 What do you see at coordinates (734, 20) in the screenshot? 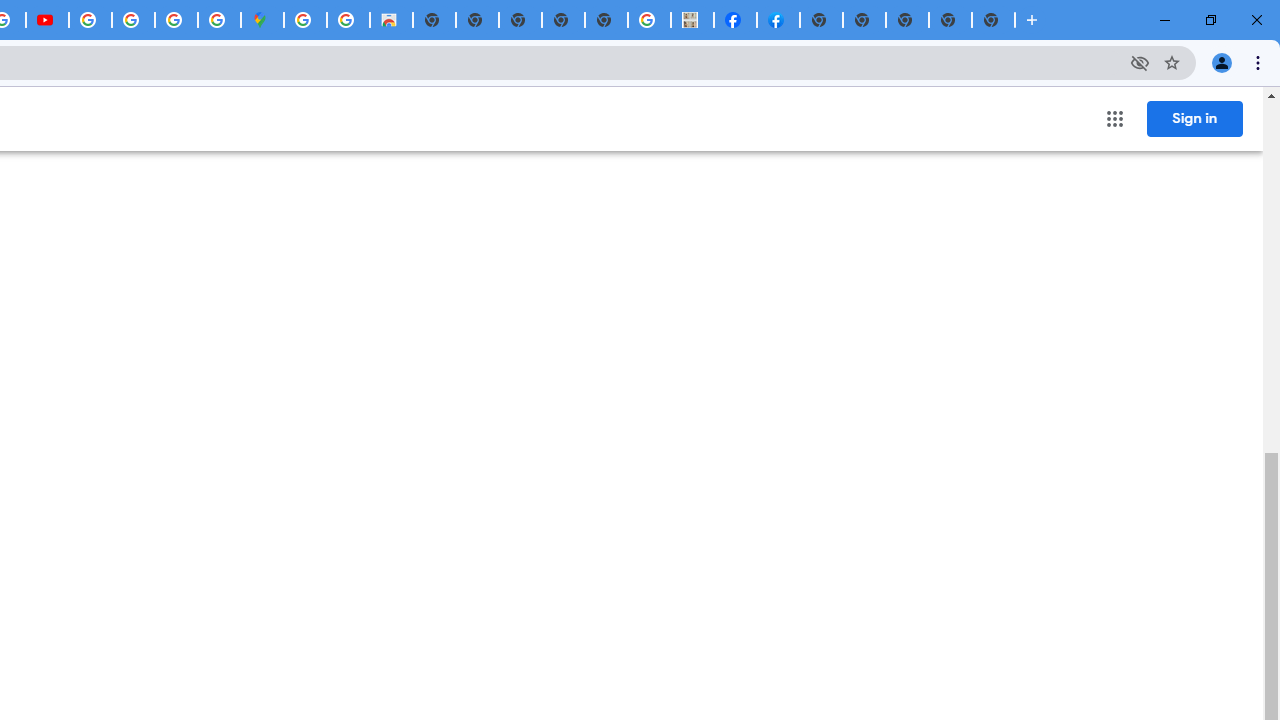
I see `'Miley Cyrus | Facebook'` at bounding box center [734, 20].